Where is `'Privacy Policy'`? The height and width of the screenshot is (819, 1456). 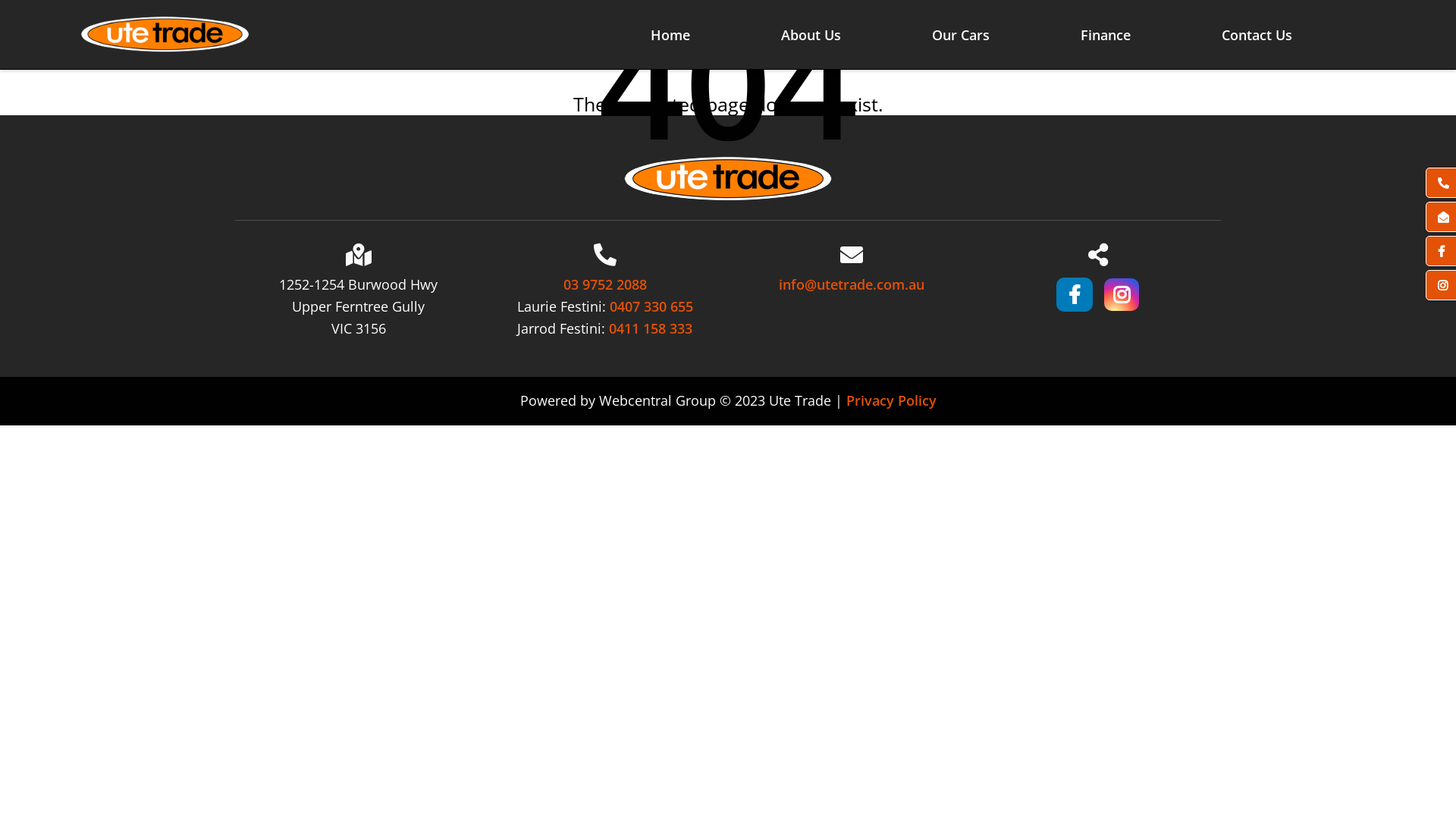
'Privacy Policy' is located at coordinates (891, 400).